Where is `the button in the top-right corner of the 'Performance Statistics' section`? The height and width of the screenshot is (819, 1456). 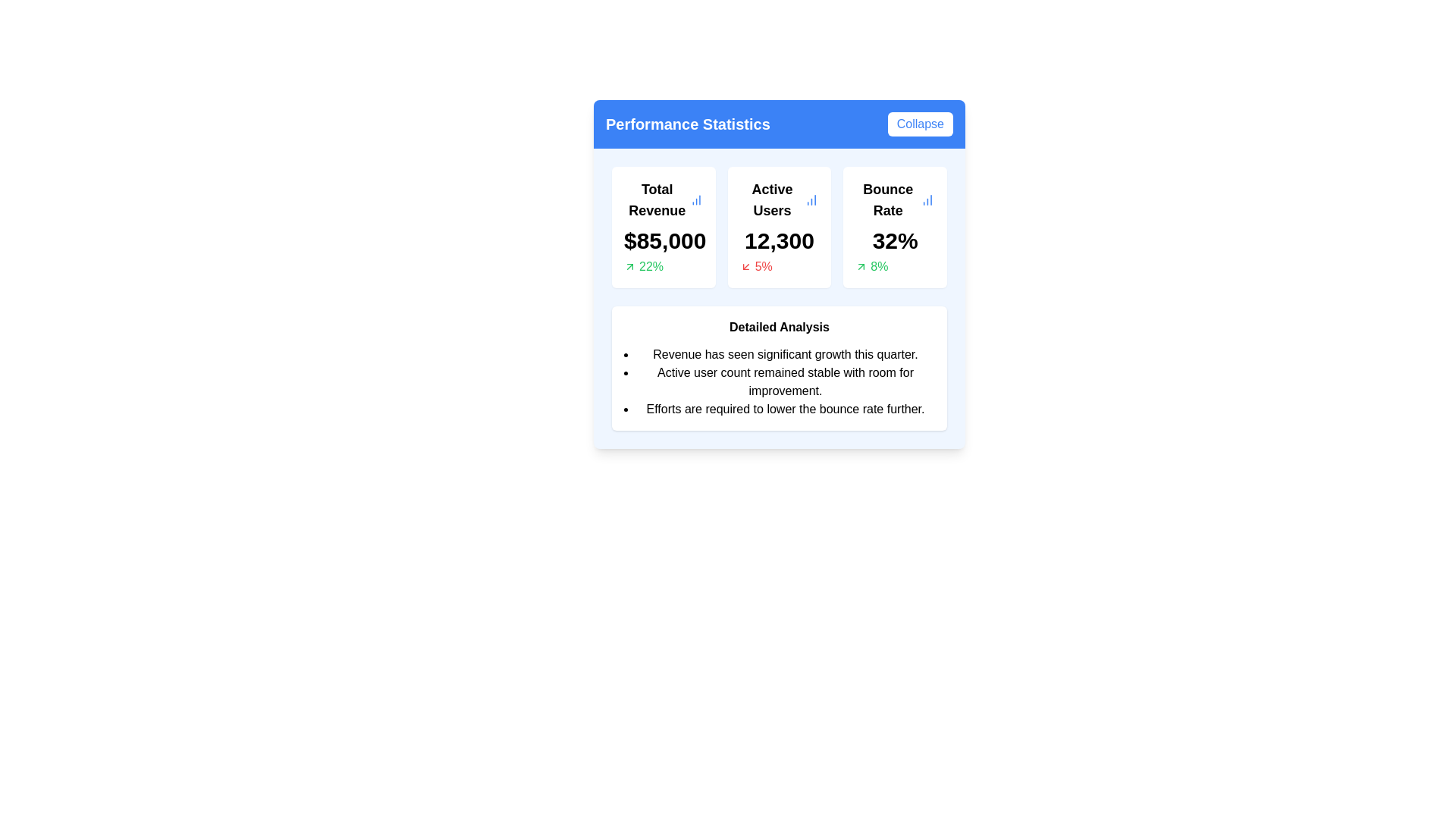
the button in the top-right corner of the 'Performance Statistics' section is located at coordinates (919, 124).